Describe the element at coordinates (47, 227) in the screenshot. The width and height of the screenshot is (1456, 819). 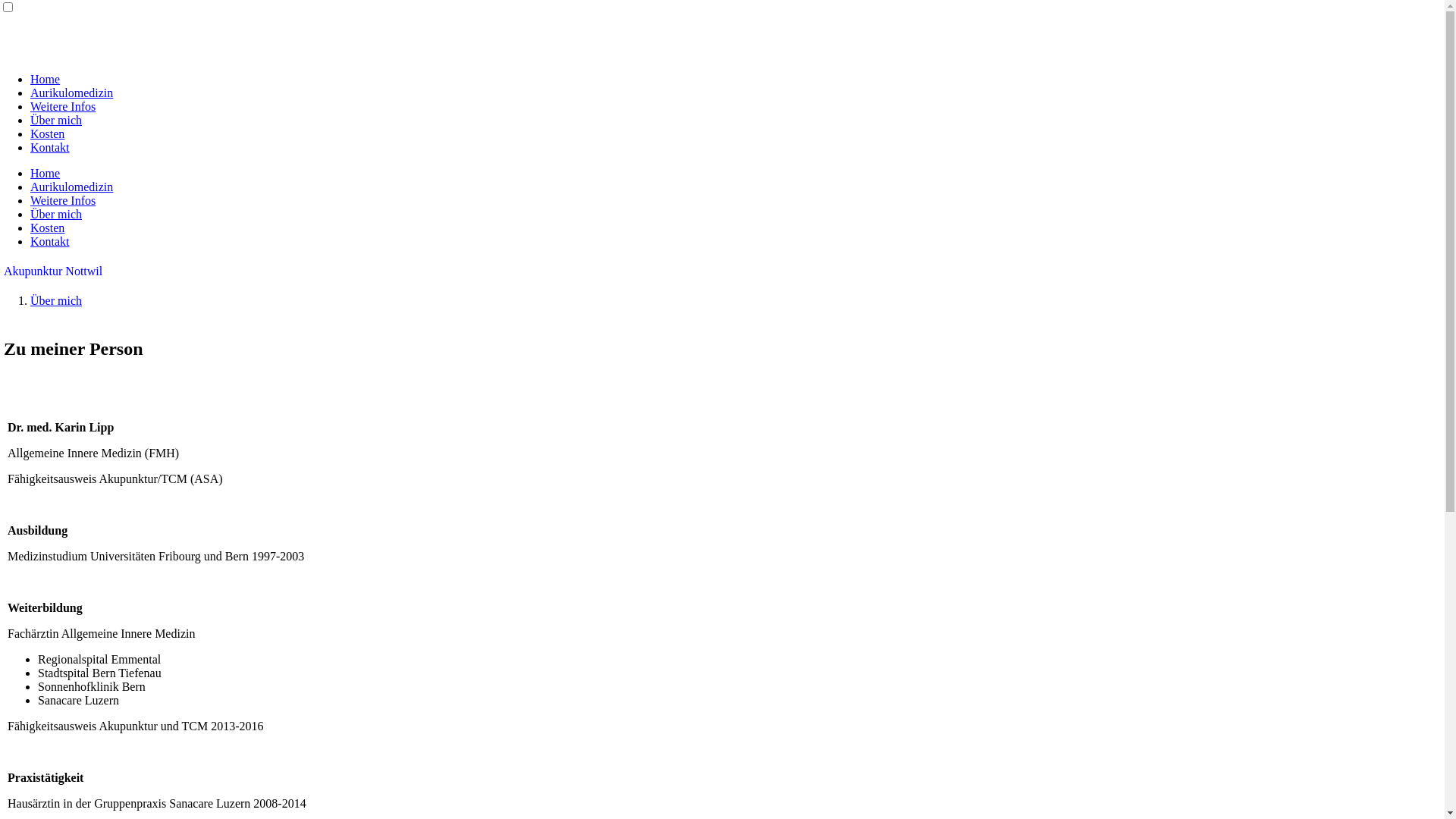
I see `'Kosten'` at that location.